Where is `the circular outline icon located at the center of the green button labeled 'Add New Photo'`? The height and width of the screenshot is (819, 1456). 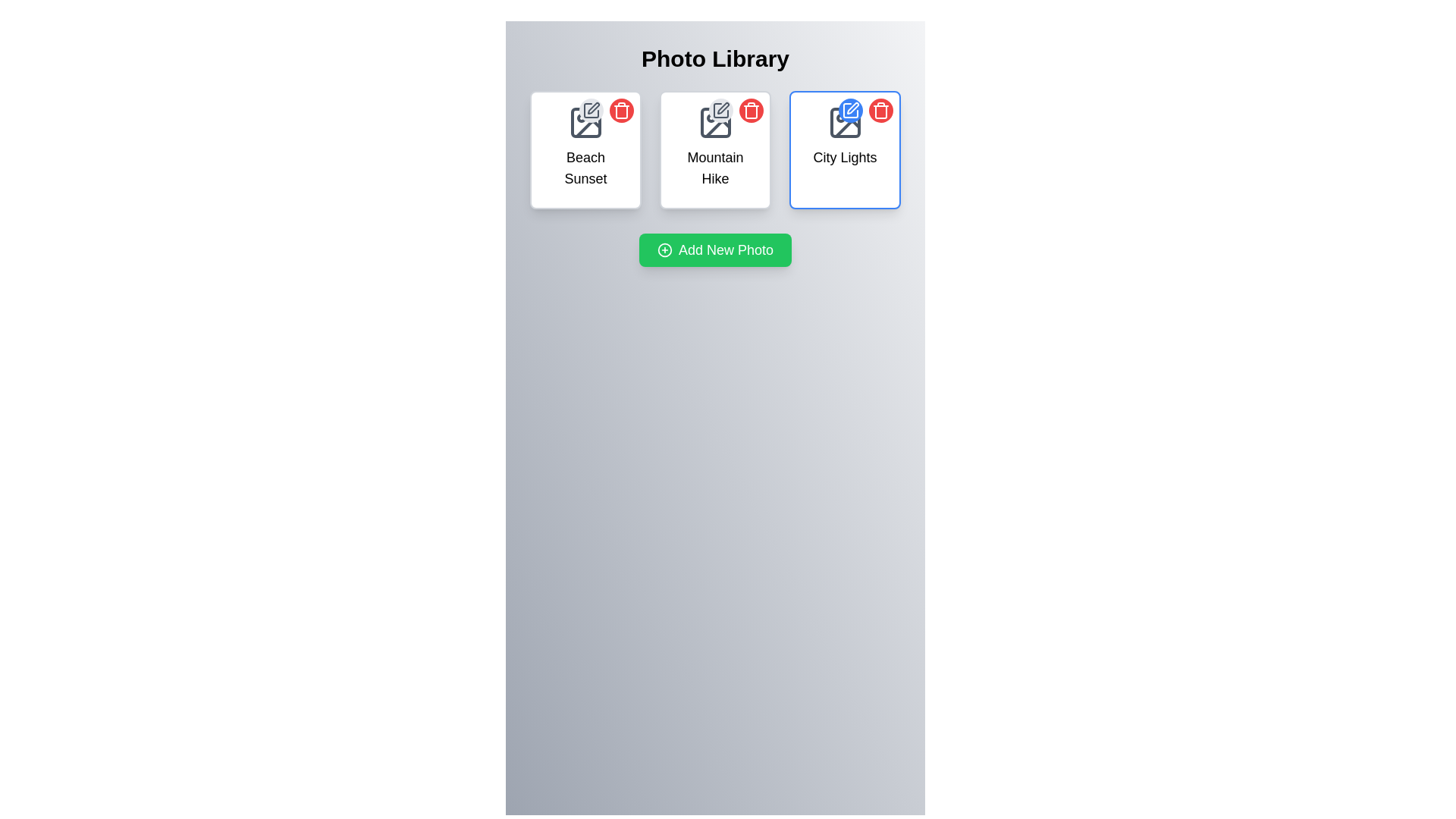 the circular outline icon located at the center of the green button labeled 'Add New Photo' is located at coordinates (664, 249).